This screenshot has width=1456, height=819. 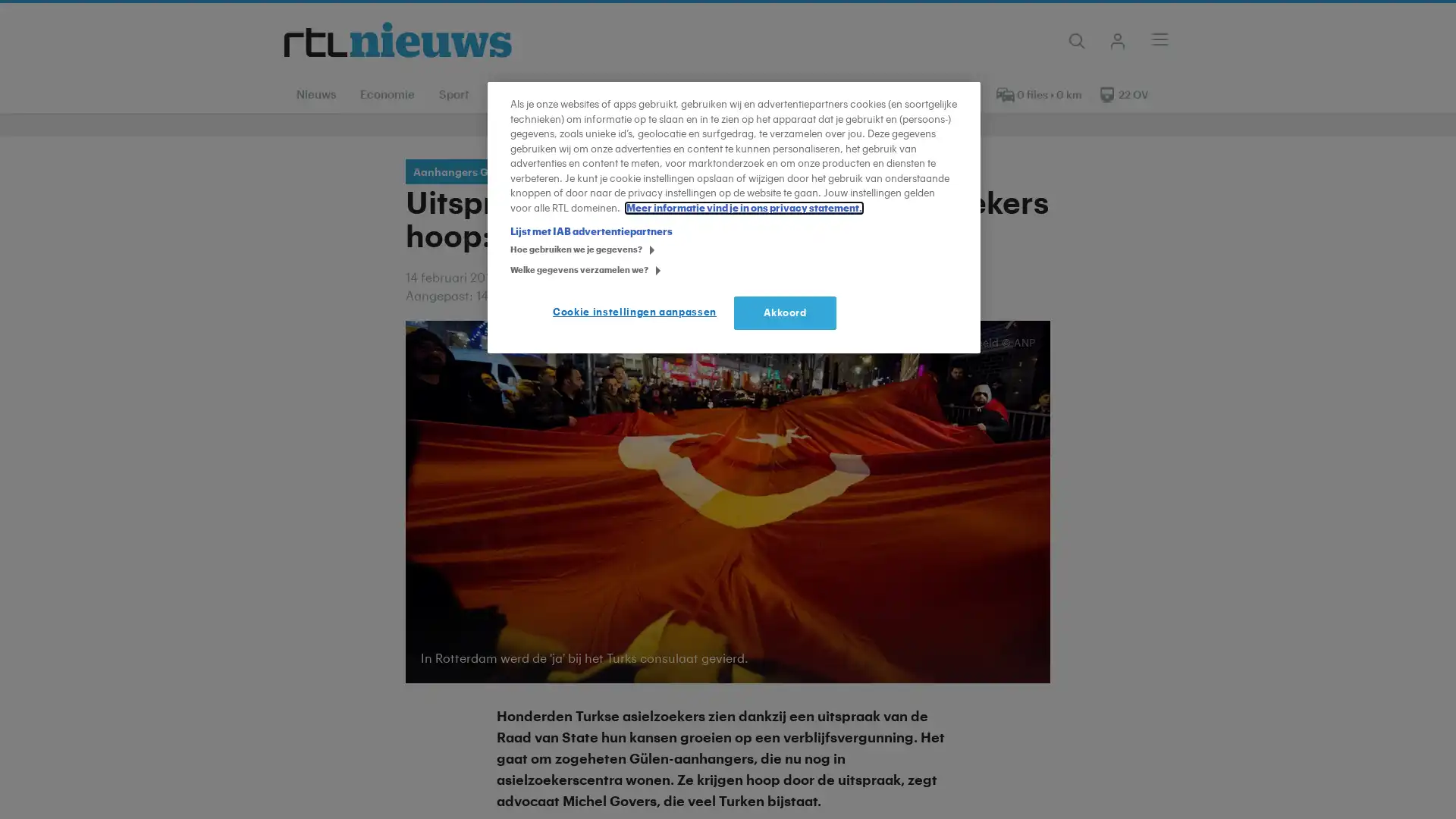 What do you see at coordinates (638, 312) in the screenshot?
I see `Cookie instellingen aanpassen` at bounding box center [638, 312].